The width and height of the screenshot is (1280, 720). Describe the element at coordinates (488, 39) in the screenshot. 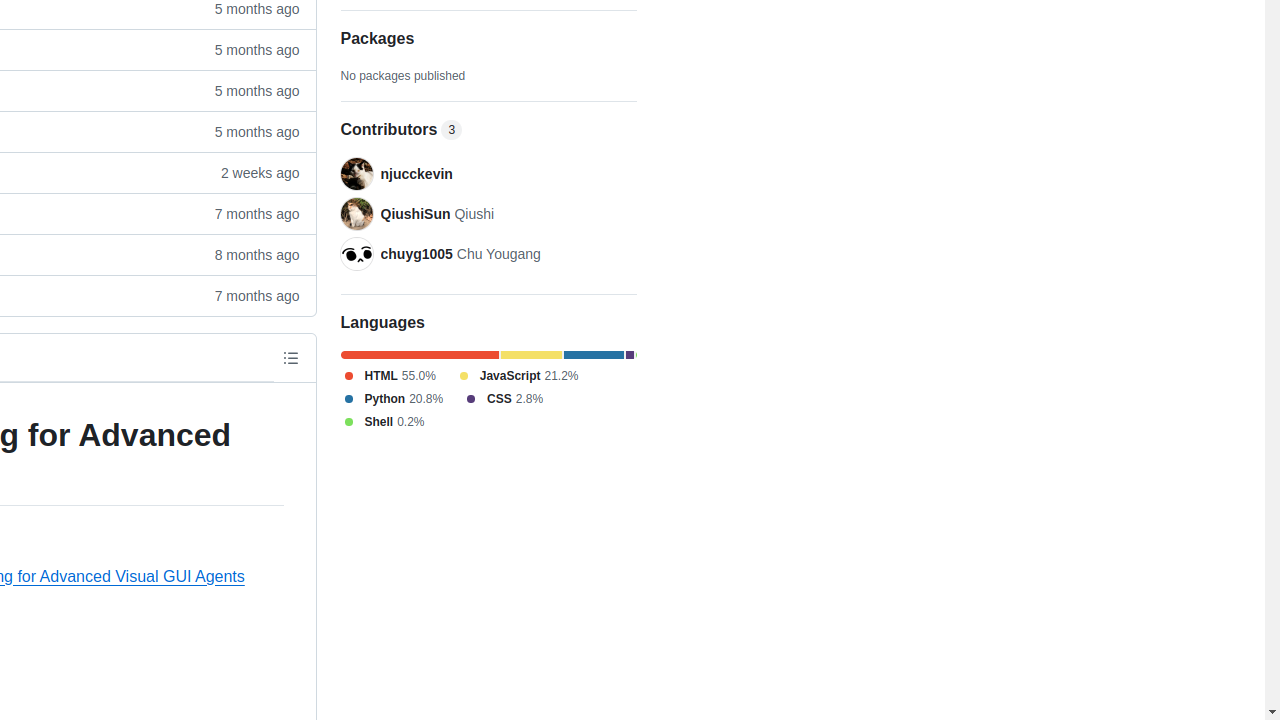

I see `'Packages'` at that location.